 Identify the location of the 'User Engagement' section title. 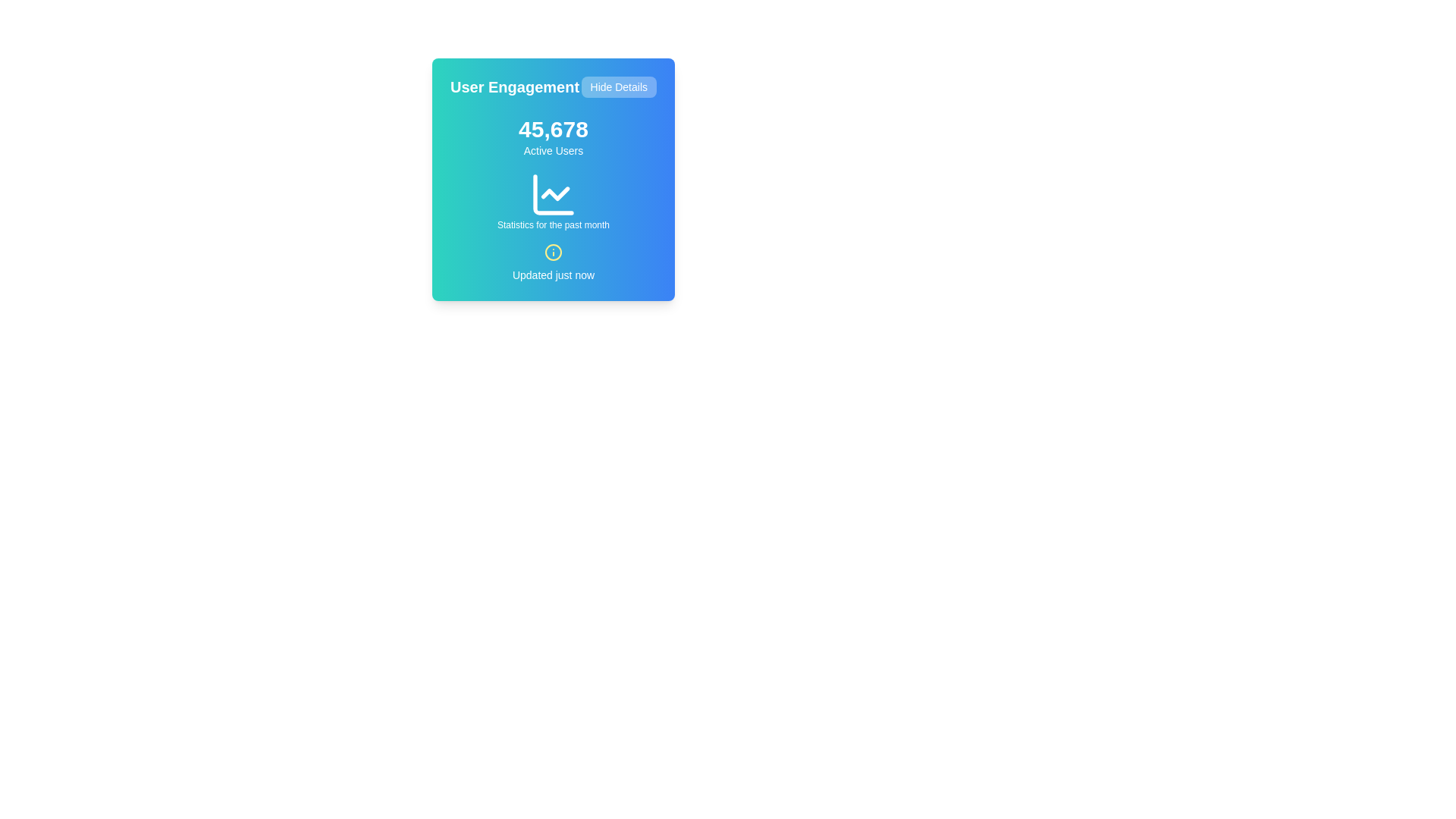
(552, 87).